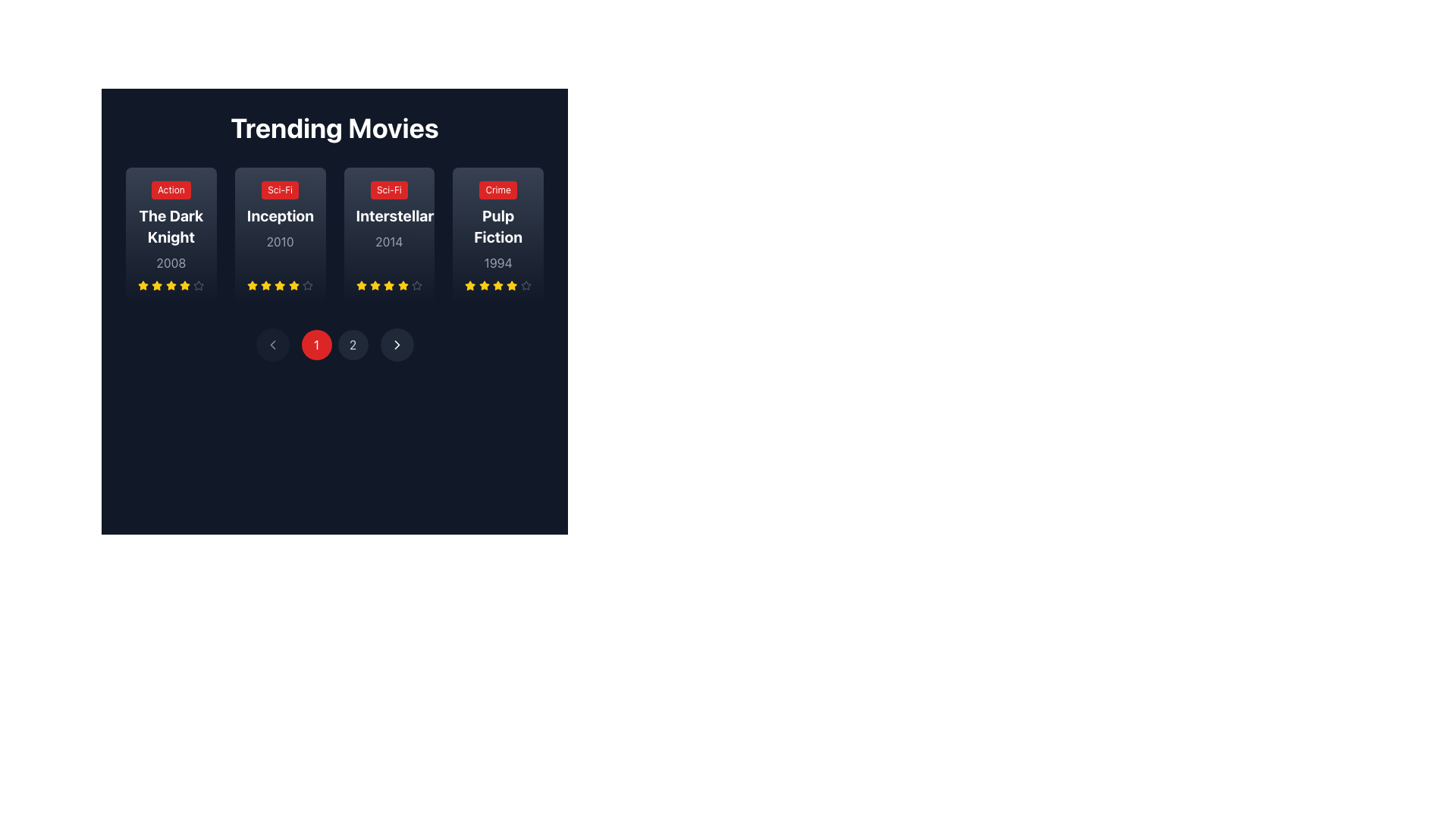  What do you see at coordinates (352, 344) in the screenshot?
I see `the pagination control button, which is the second button labeled '2' in the multi-page view` at bounding box center [352, 344].